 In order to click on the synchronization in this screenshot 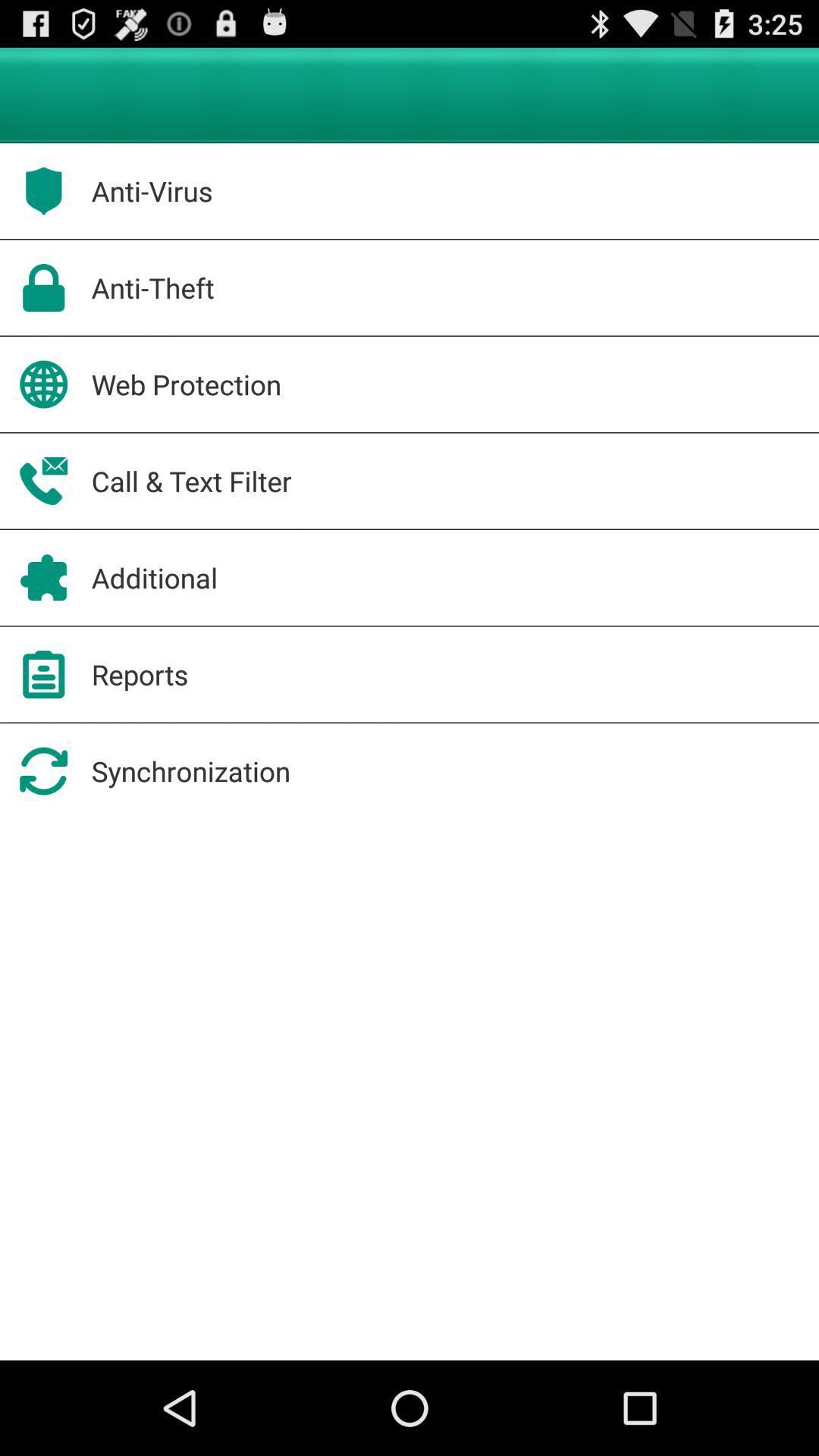, I will do `click(190, 771)`.